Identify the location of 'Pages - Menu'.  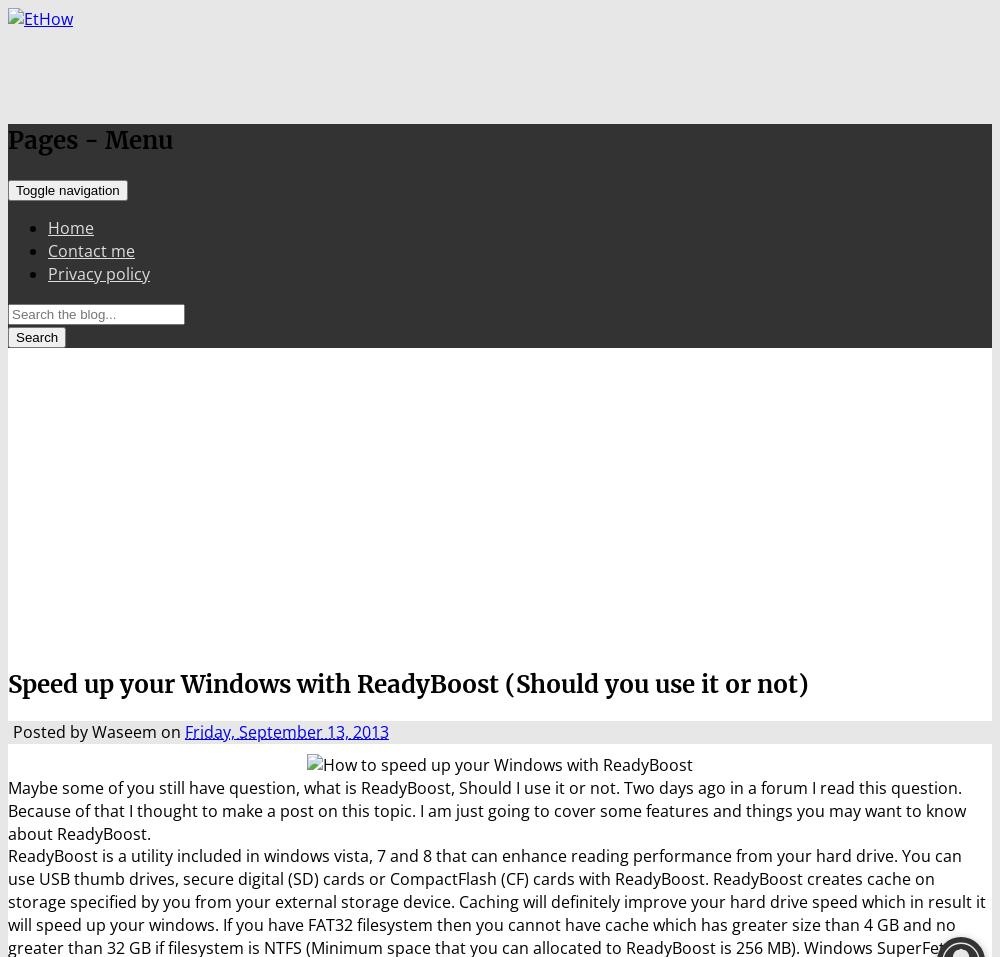
(89, 139).